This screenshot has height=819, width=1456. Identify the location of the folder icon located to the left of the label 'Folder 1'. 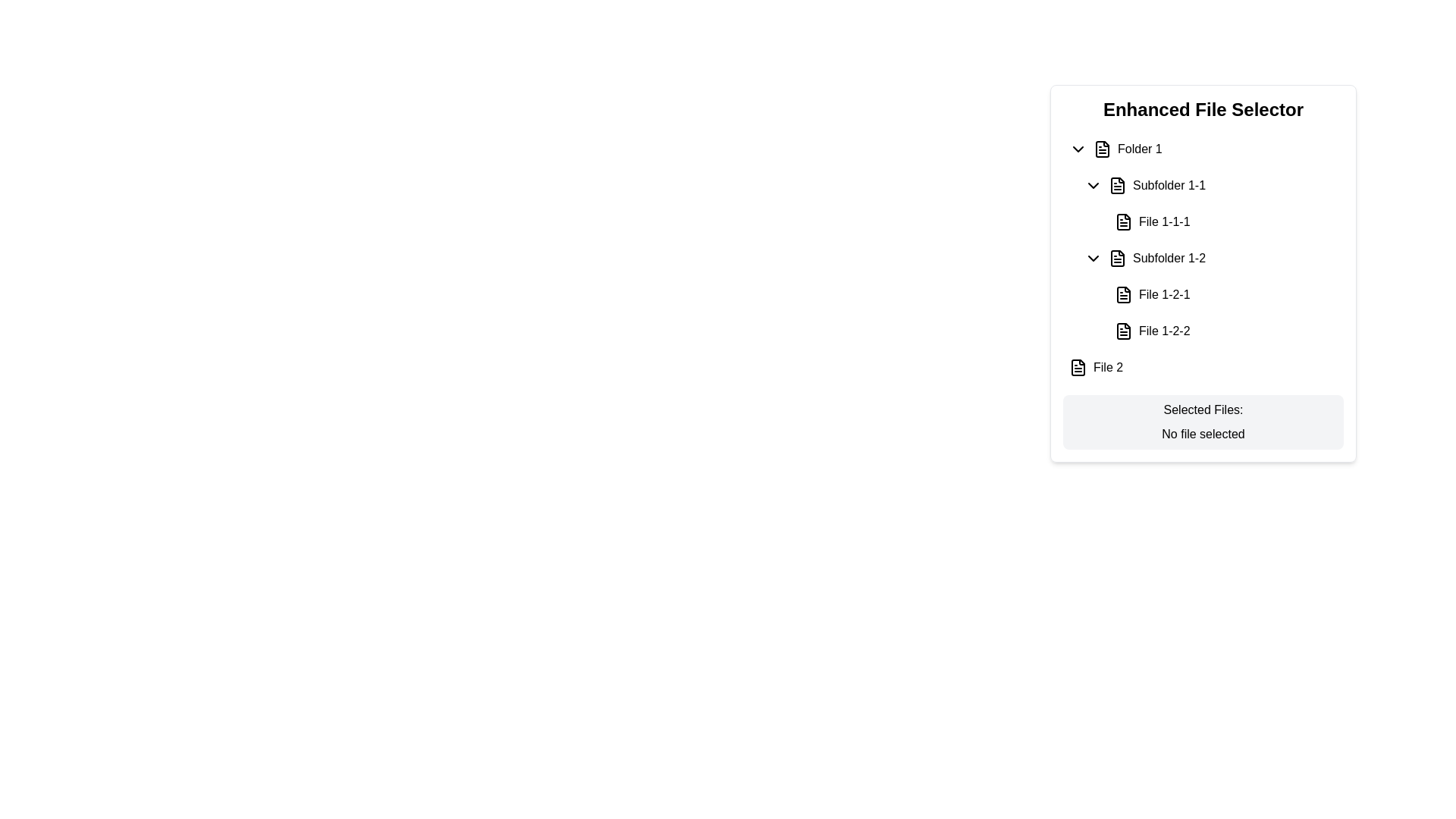
(1103, 149).